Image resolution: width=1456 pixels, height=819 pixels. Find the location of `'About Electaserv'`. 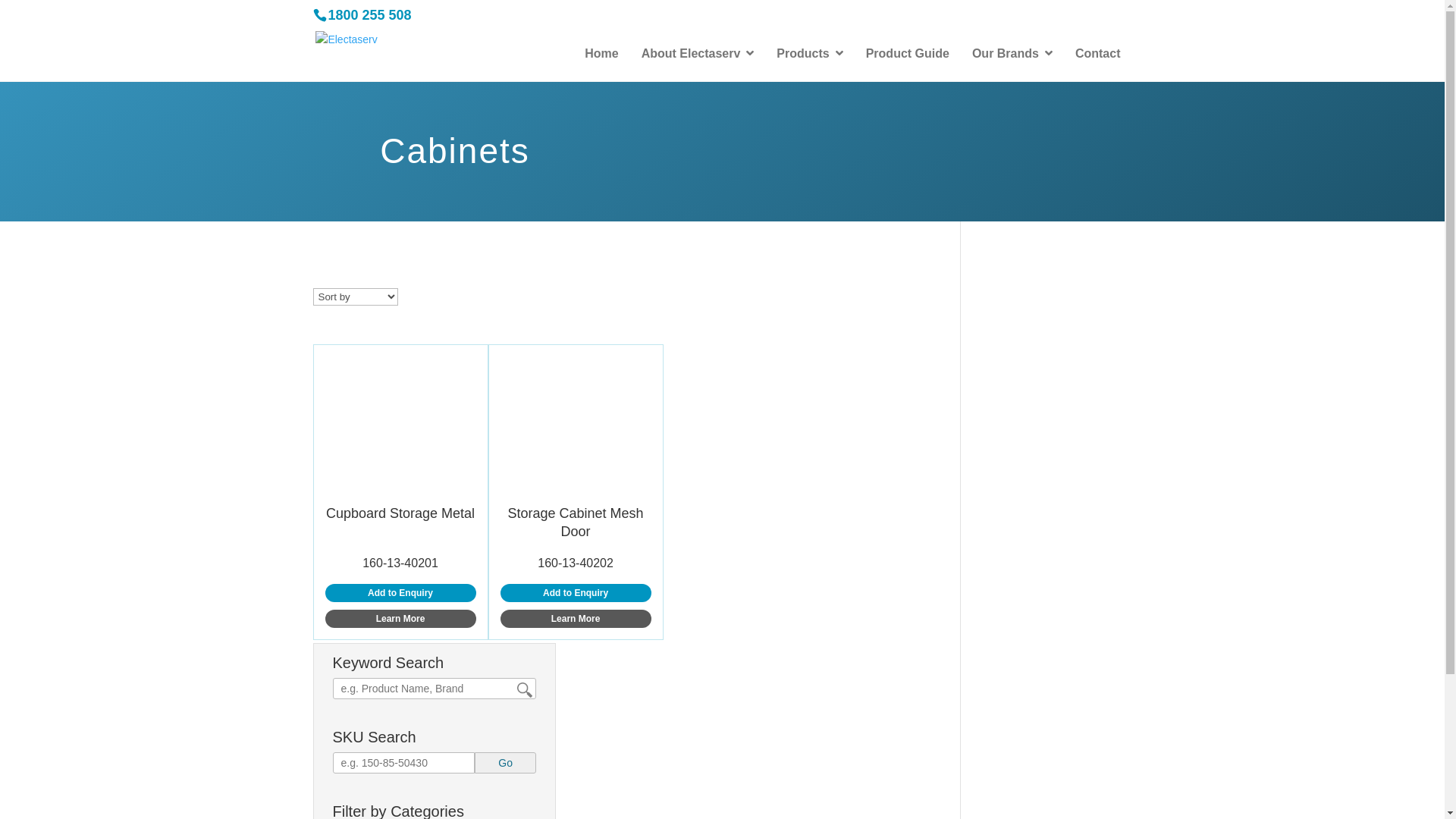

'About Electaserv' is located at coordinates (697, 53).